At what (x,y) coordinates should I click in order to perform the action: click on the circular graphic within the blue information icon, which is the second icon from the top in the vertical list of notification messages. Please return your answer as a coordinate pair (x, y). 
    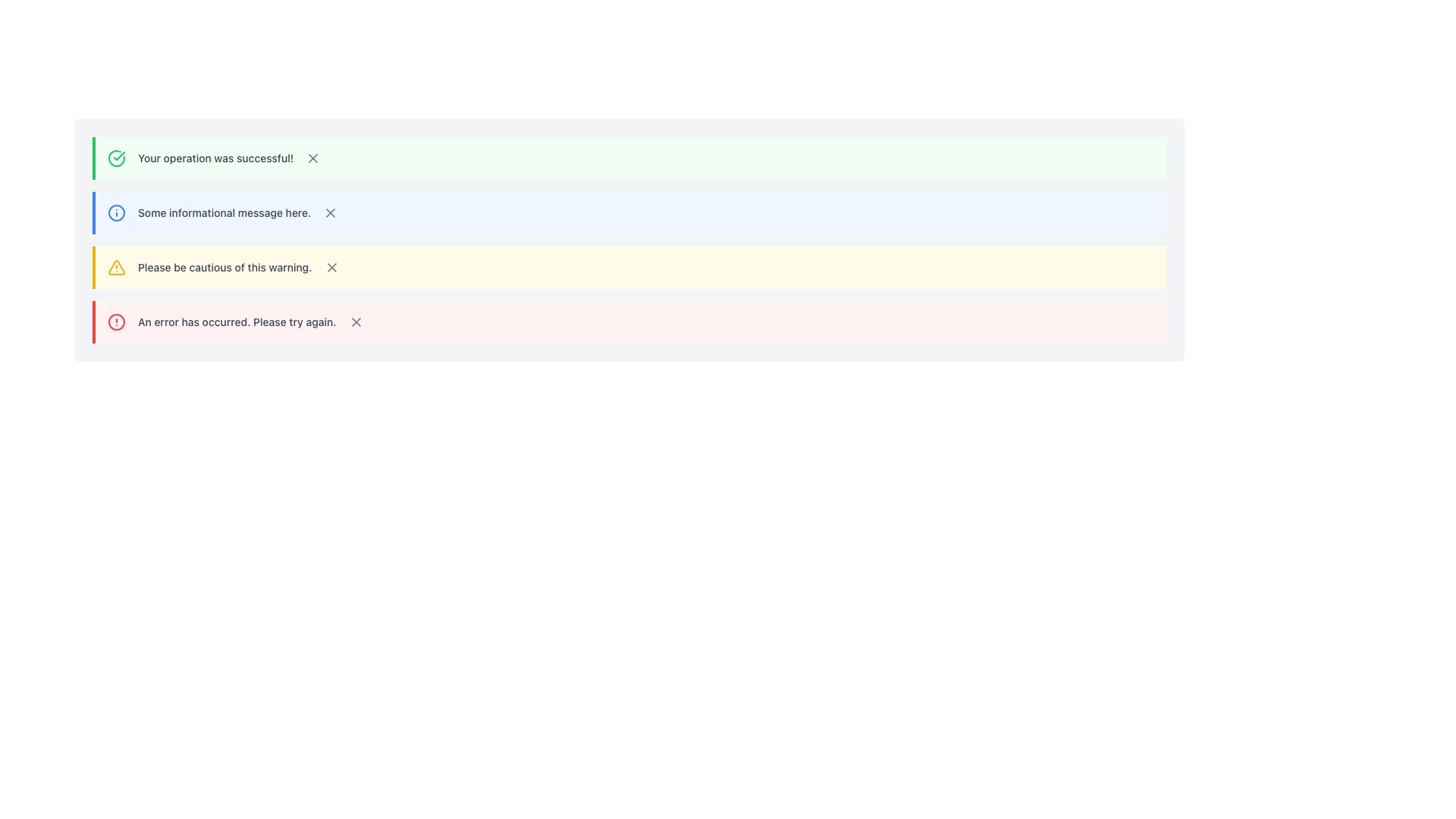
    Looking at the image, I should click on (115, 213).